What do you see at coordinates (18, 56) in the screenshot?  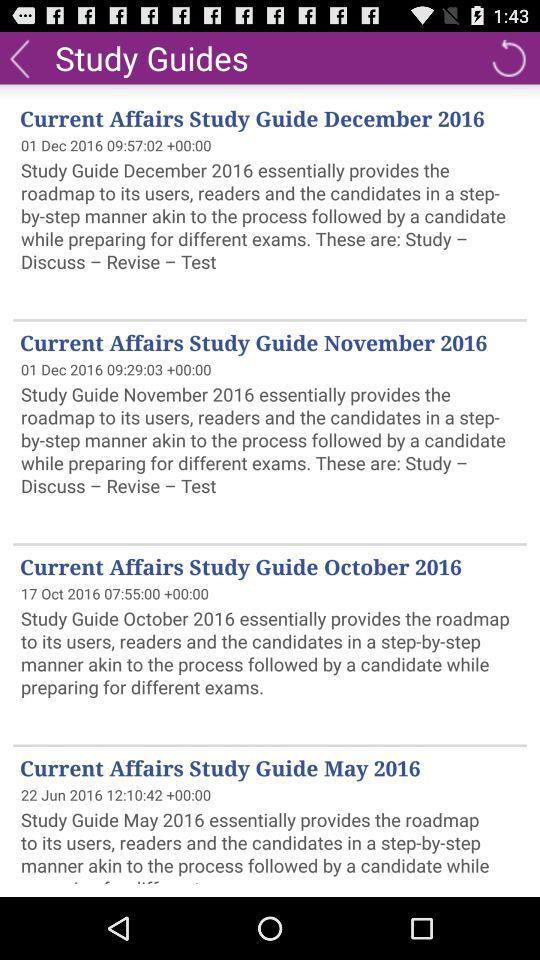 I see `the app next to the study guides app` at bounding box center [18, 56].